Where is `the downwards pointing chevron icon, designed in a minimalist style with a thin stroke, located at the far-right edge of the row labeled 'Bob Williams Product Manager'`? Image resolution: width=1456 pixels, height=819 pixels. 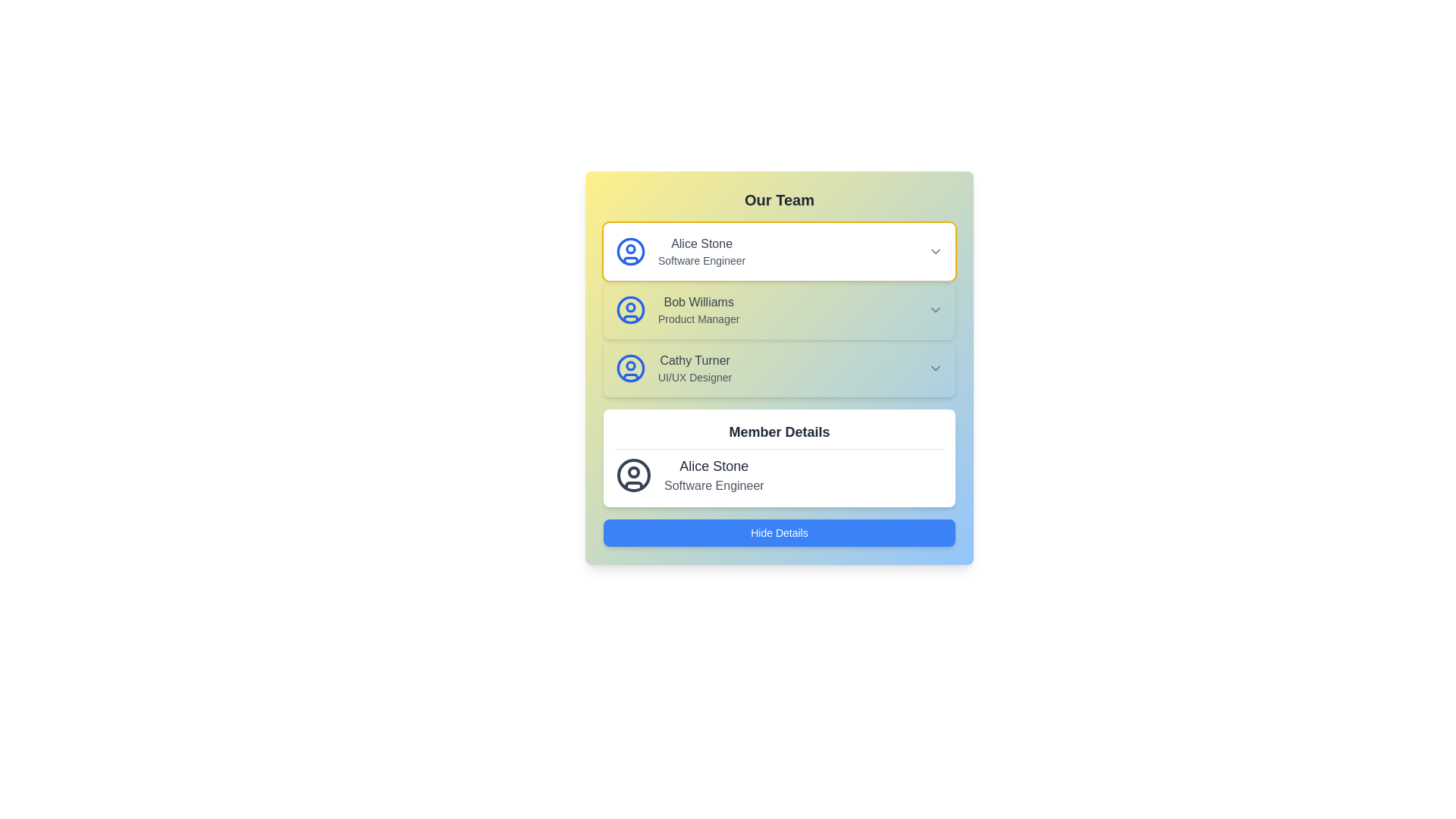 the downwards pointing chevron icon, designed in a minimalist style with a thin stroke, located at the far-right edge of the row labeled 'Bob Williams Product Manager' is located at coordinates (934, 309).